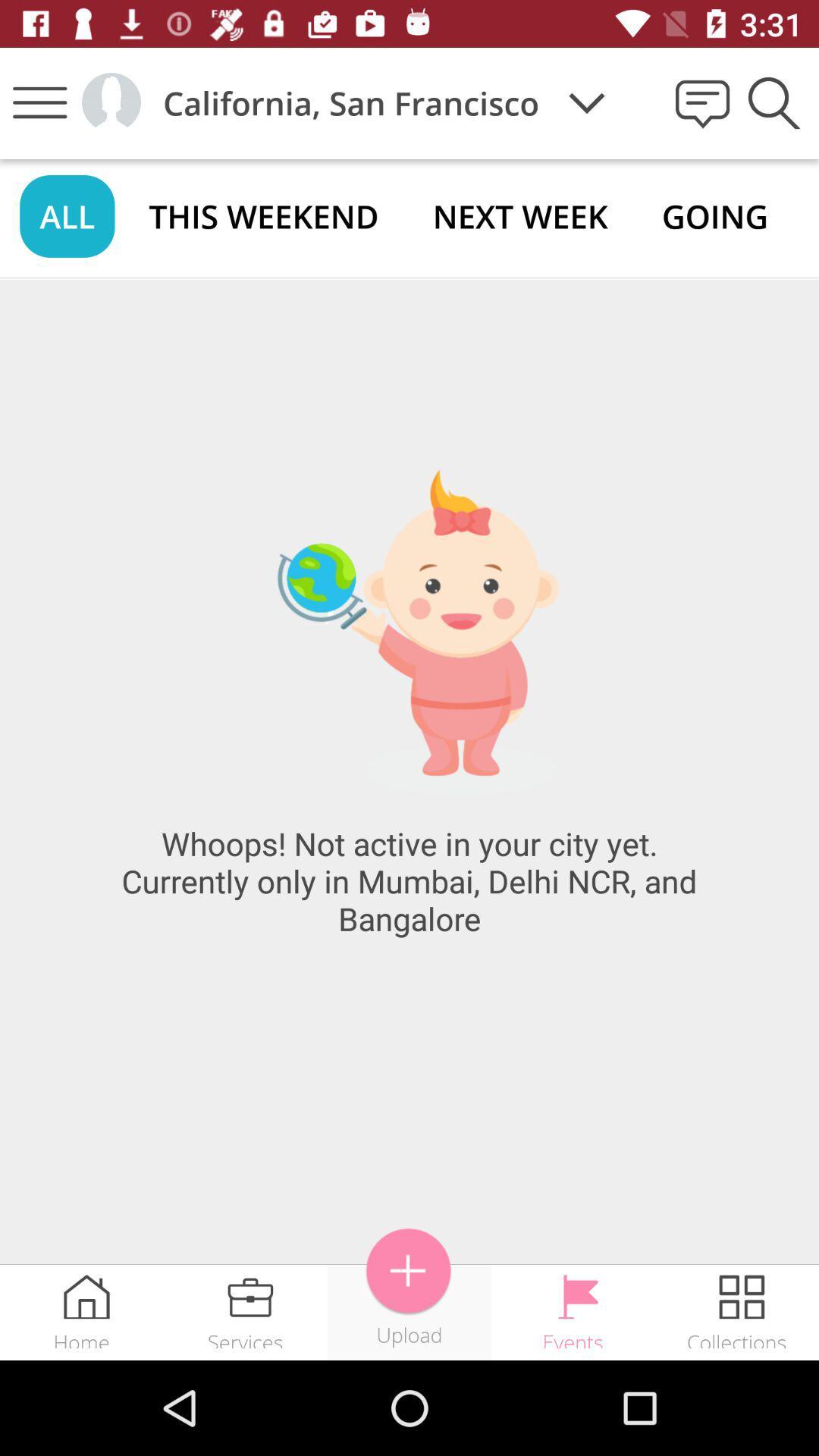 The image size is (819, 1456). What do you see at coordinates (39, 102) in the screenshot?
I see `icon above all` at bounding box center [39, 102].